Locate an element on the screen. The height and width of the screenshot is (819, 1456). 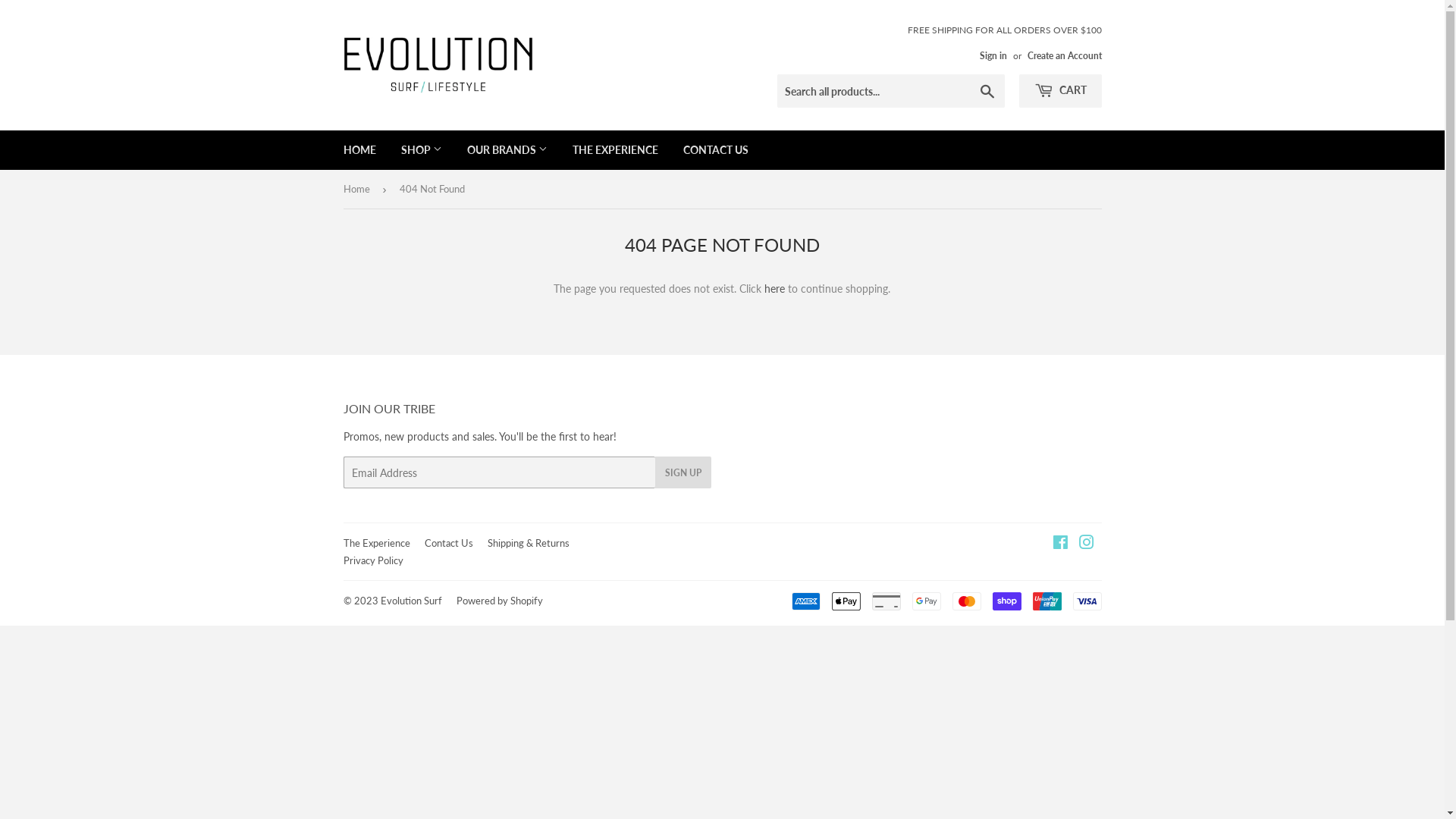
'Evolution Surf' is located at coordinates (411, 599).